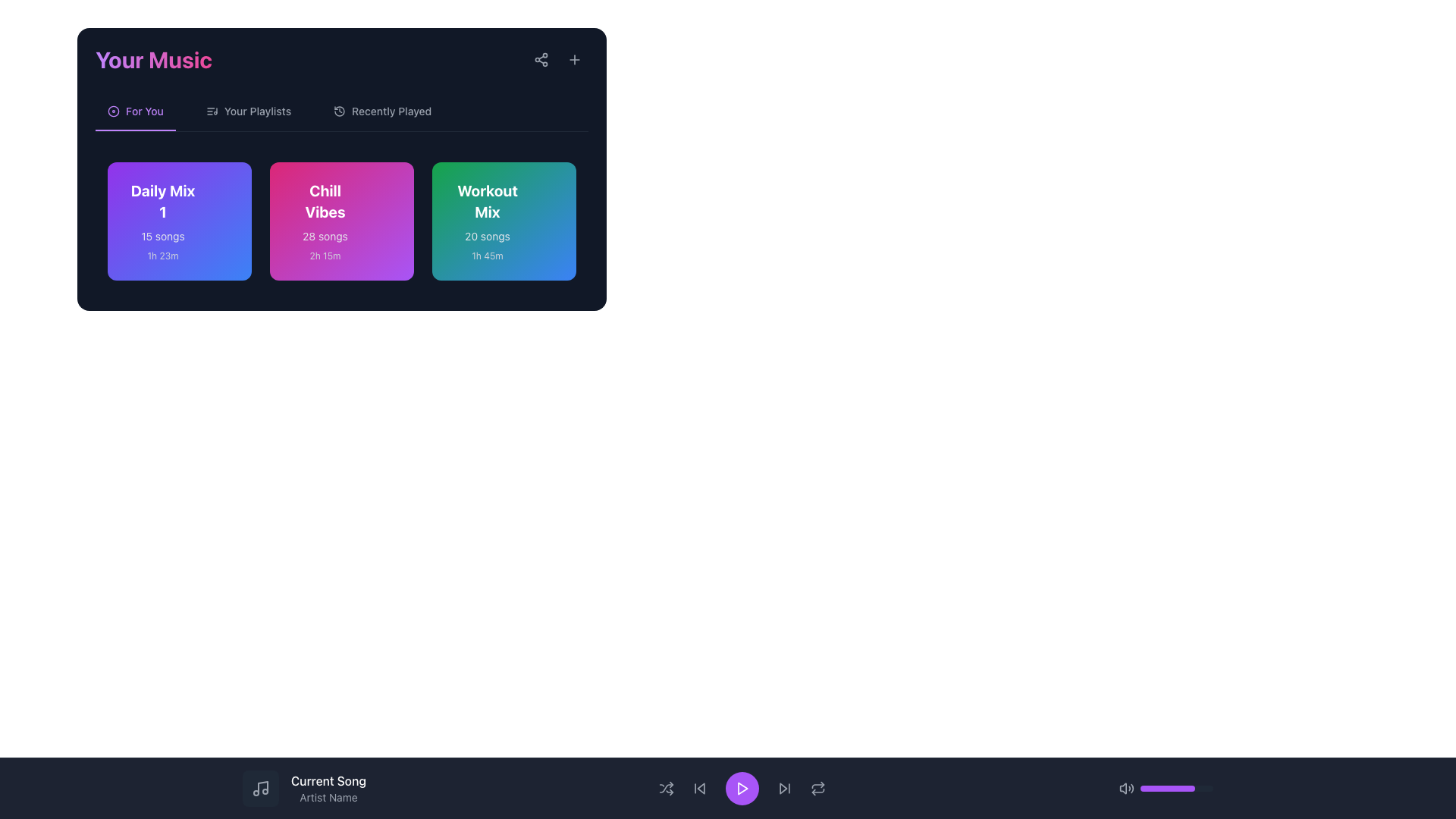  I want to click on the triangular arrow icon representing the next action located to the right of the play button to skip to the next track, so click(783, 788).